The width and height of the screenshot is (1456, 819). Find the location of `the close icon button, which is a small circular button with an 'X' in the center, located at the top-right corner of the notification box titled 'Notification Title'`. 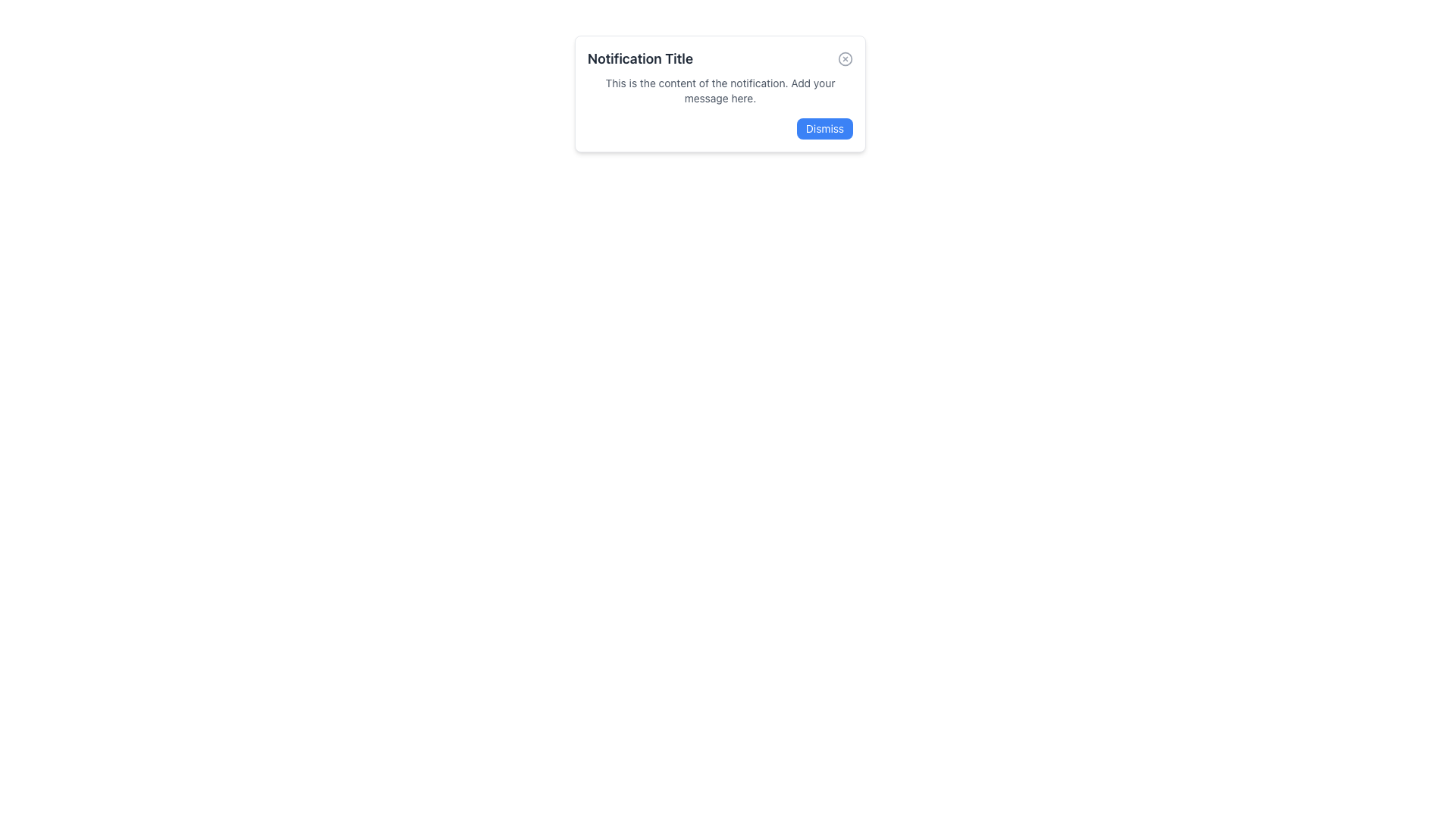

the close icon button, which is a small circular button with an 'X' in the center, located at the top-right corner of the notification box titled 'Notification Title' is located at coordinates (844, 58).